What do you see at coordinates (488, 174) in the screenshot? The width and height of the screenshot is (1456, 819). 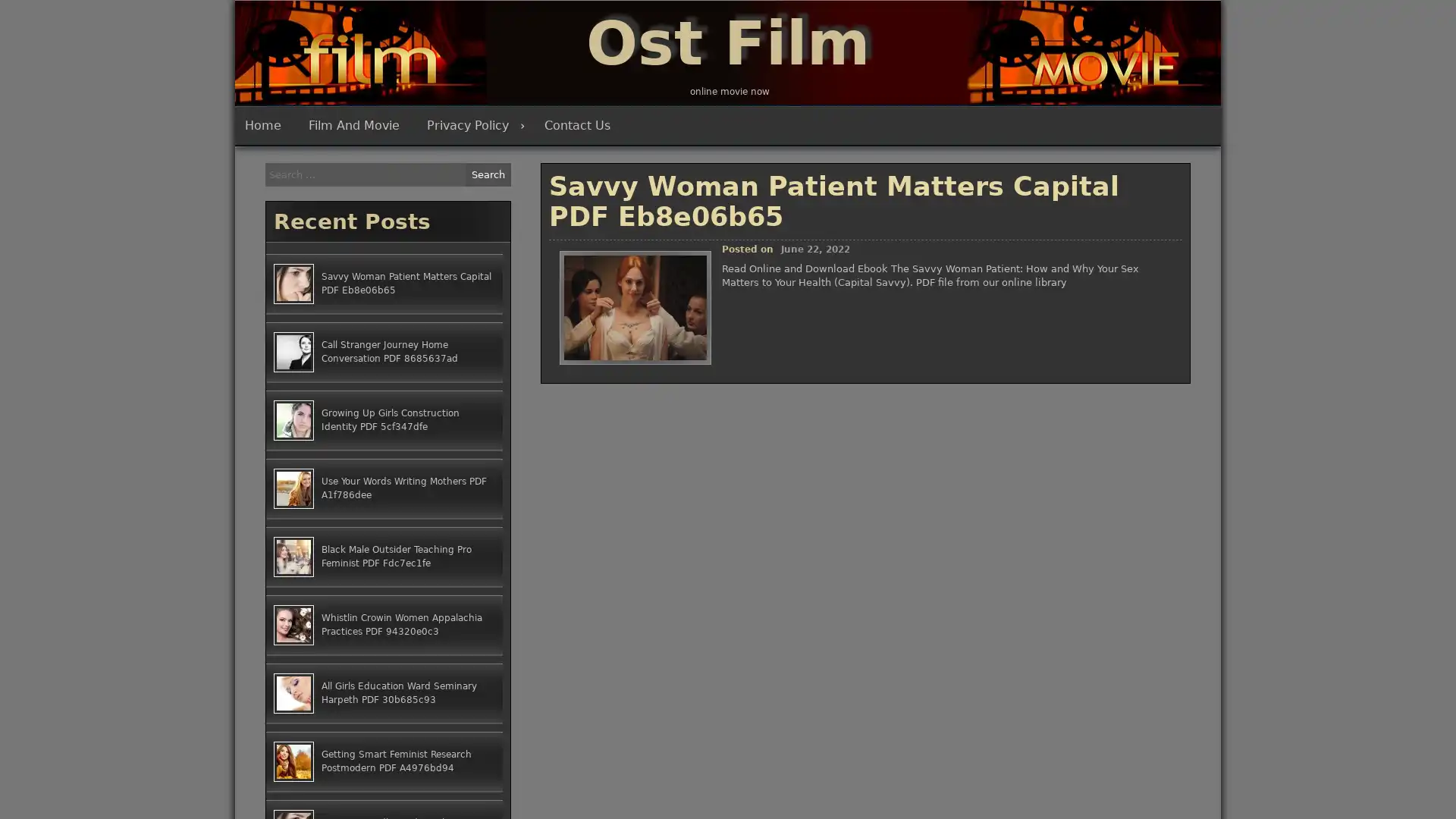 I see `Search` at bounding box center [488, 174].